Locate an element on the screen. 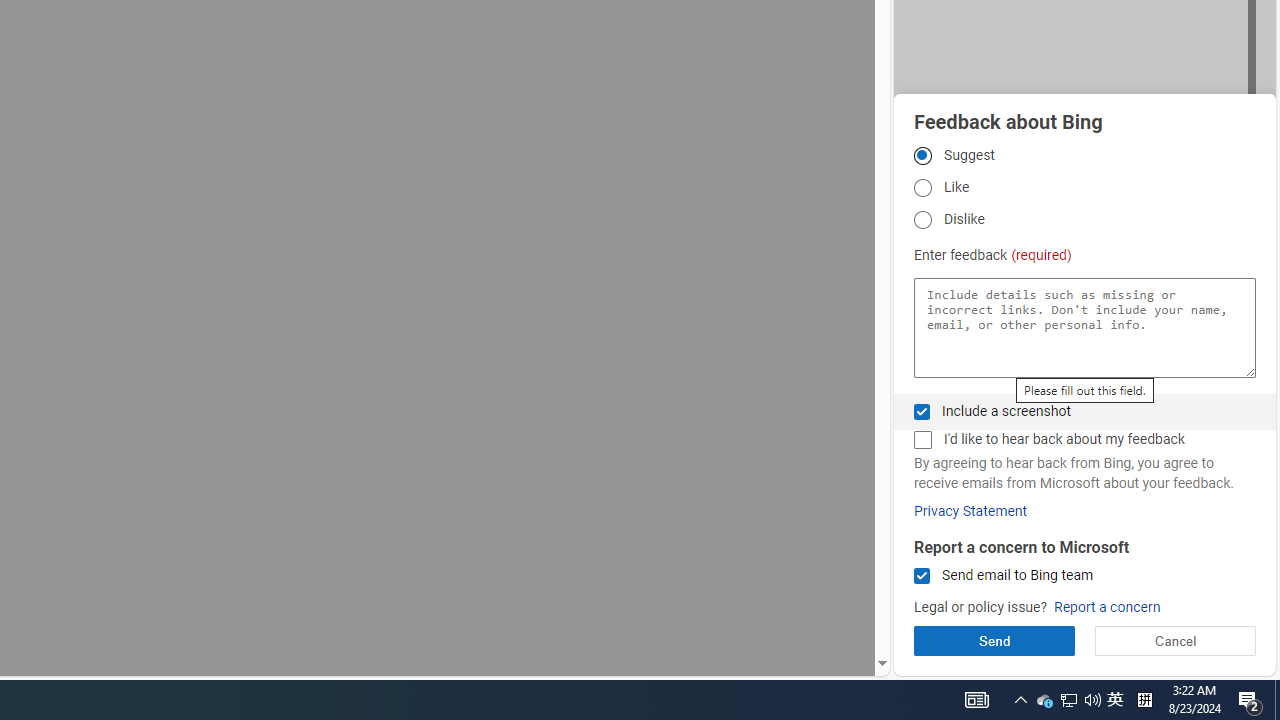  'Include a screenshot' is located at coordinates (921, 410).